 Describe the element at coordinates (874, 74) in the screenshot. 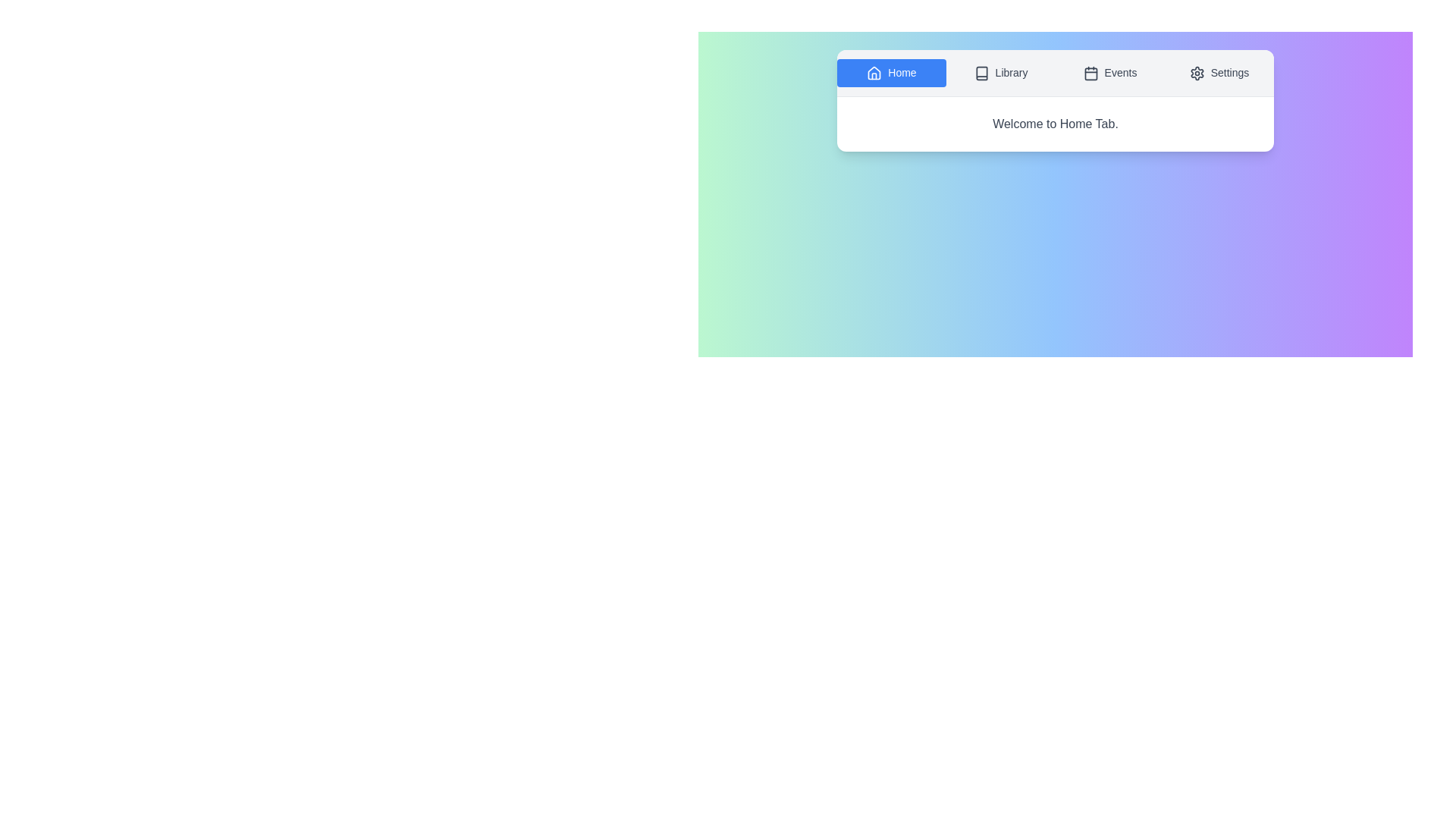

I see `the stylized house icon located within the 'Home' tab button in the navigation bar` at that location.